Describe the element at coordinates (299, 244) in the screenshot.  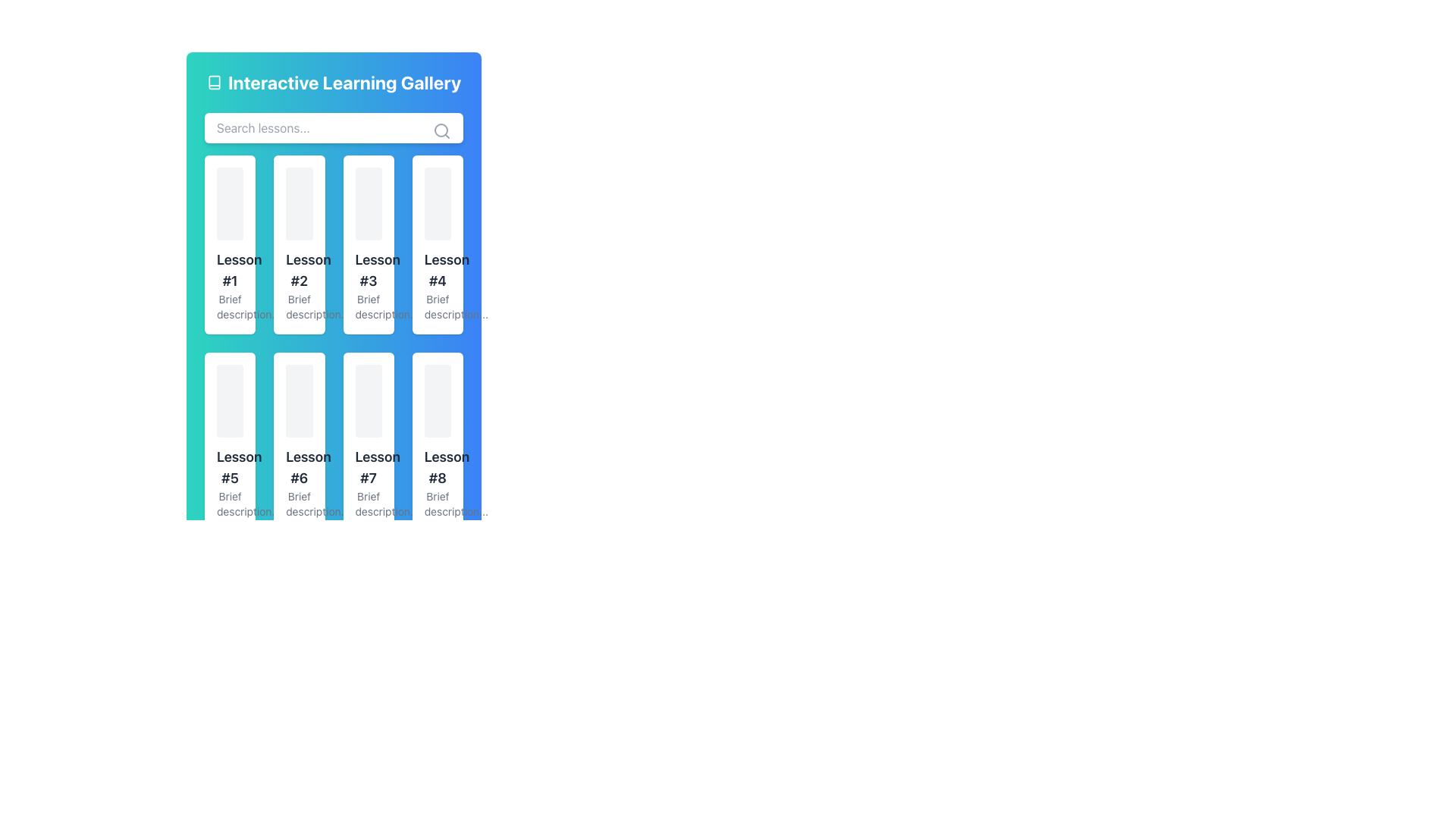
I see `the second informational card in the learning gallery that displays lesson information, located between 'Lesson #1' and 'Lesson #3'` at that location.